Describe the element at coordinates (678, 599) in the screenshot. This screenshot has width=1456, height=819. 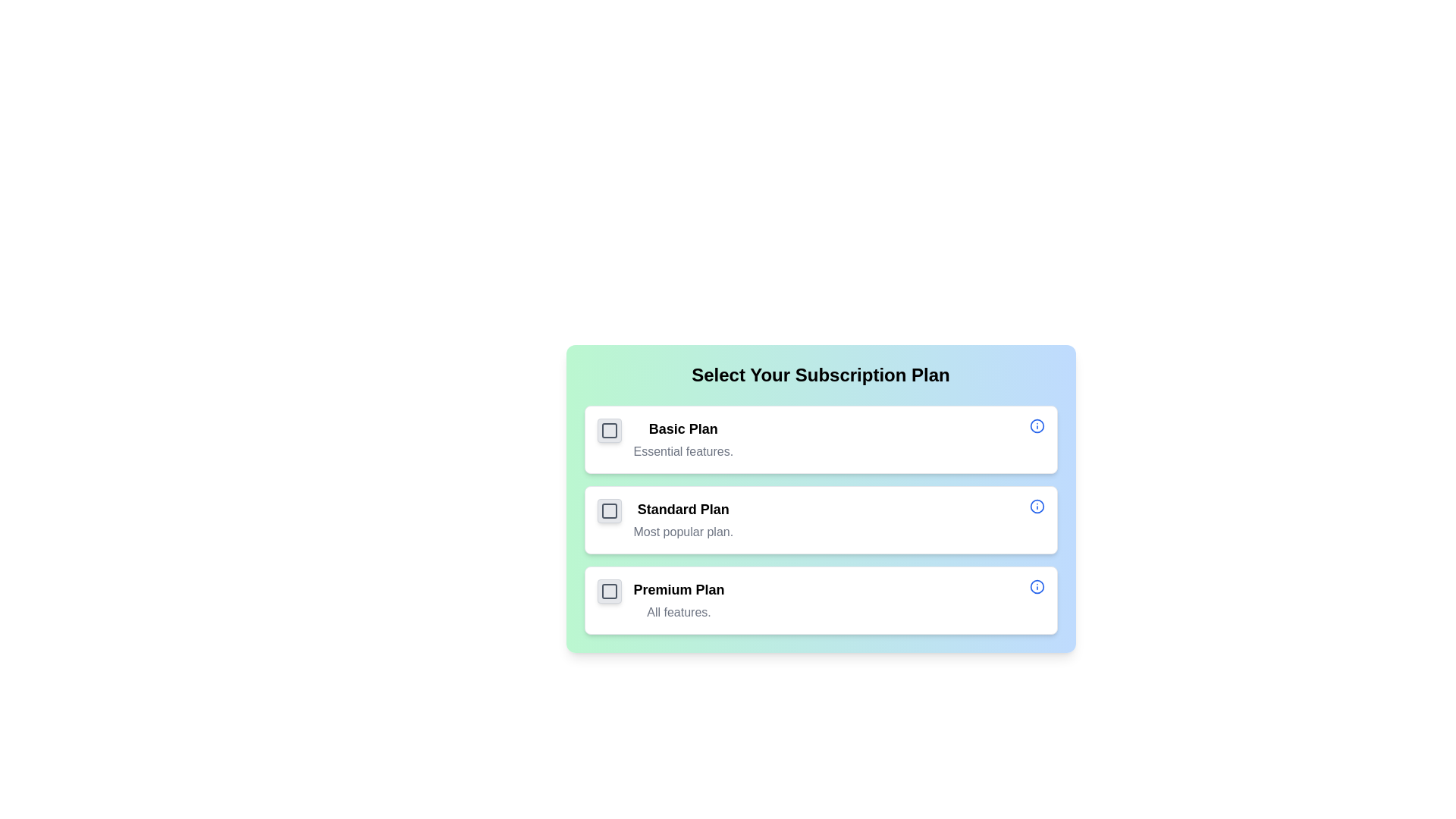
I see `the 'Premium Plan' text label, which features a bold title and a smaller description, located in the third card of the subscription options section` at that location.